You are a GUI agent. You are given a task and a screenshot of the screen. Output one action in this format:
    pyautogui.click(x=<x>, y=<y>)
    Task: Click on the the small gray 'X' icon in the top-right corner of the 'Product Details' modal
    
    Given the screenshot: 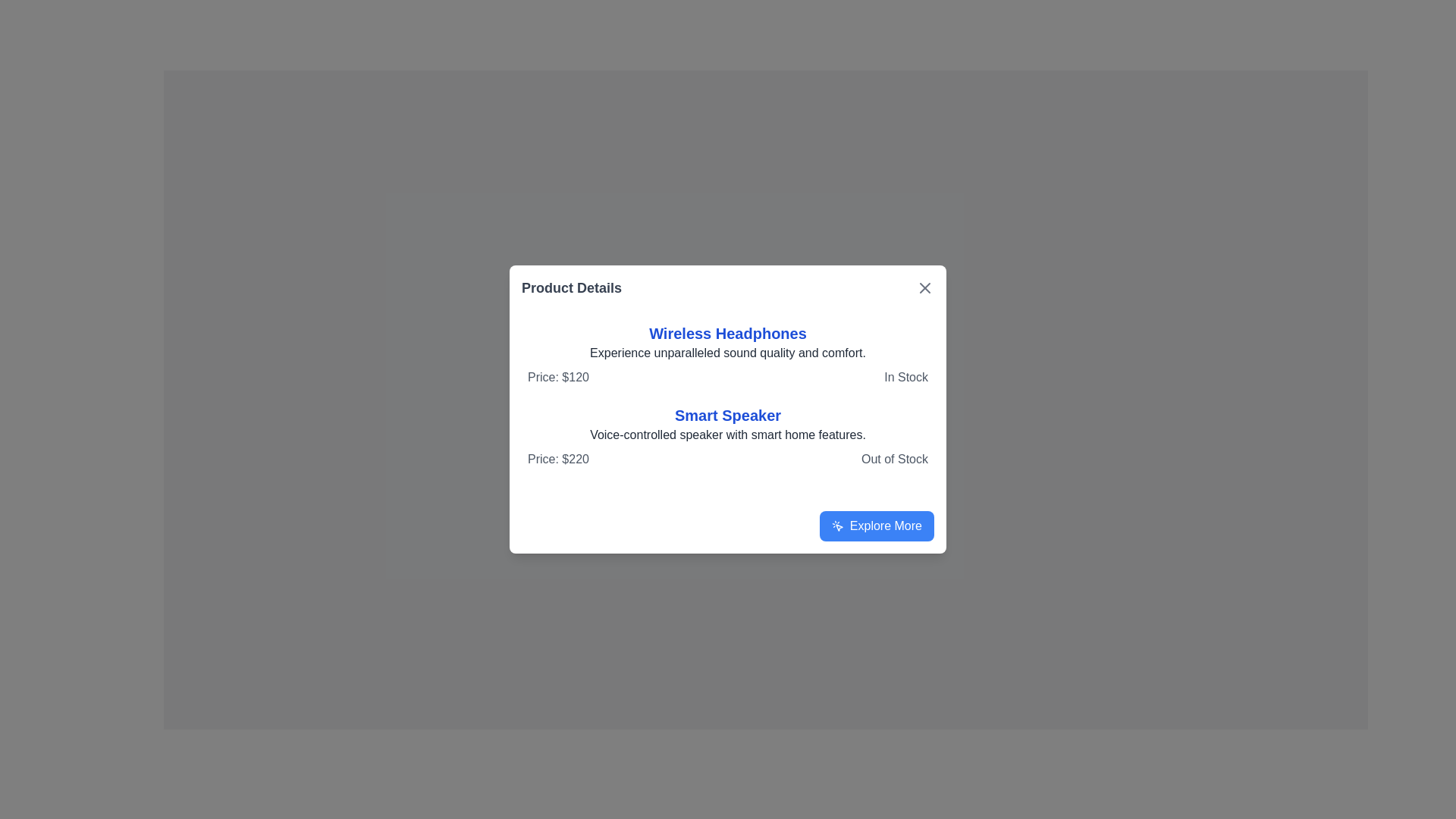 What is the action you would take?
    pyautogui.click(x=924, y=288)
    